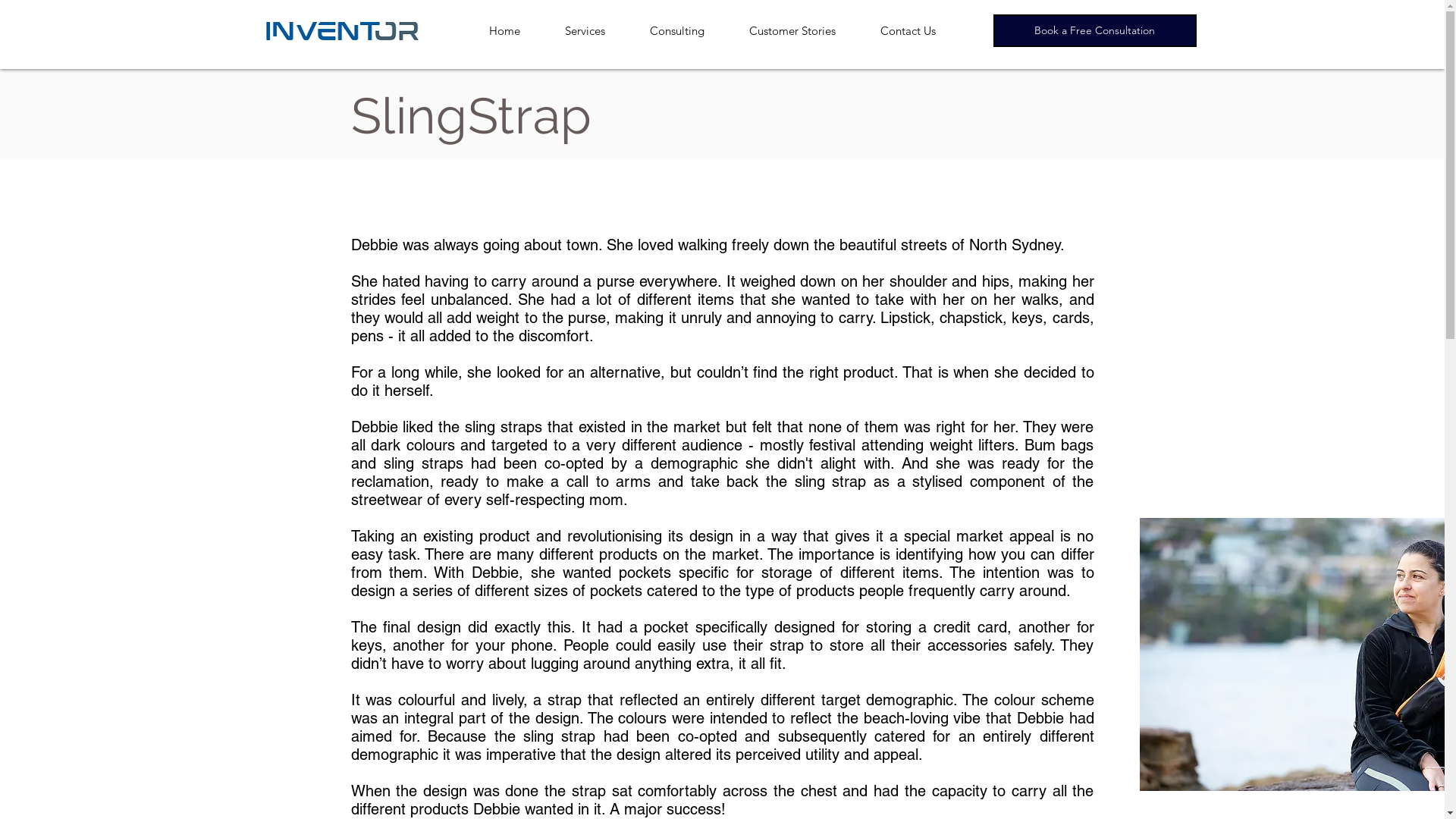  Describe the element at coordinates (593, 31) in the screenshot. I see `'Services'` at that location.